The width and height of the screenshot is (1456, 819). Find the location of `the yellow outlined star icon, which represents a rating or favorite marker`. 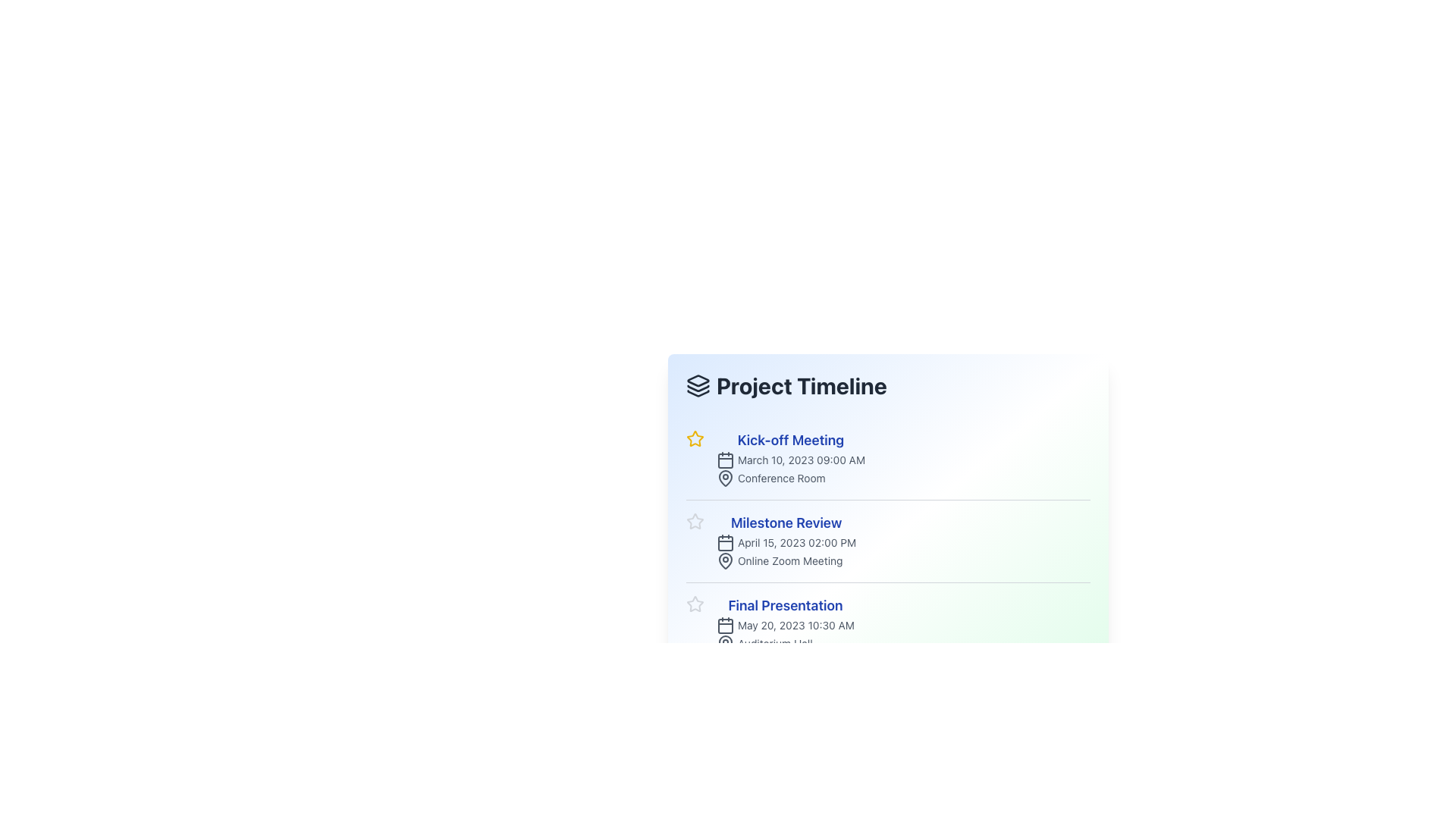

the yellow outlined star icon, which represents a rating or favorite marker is located at coordinates (694, 438).